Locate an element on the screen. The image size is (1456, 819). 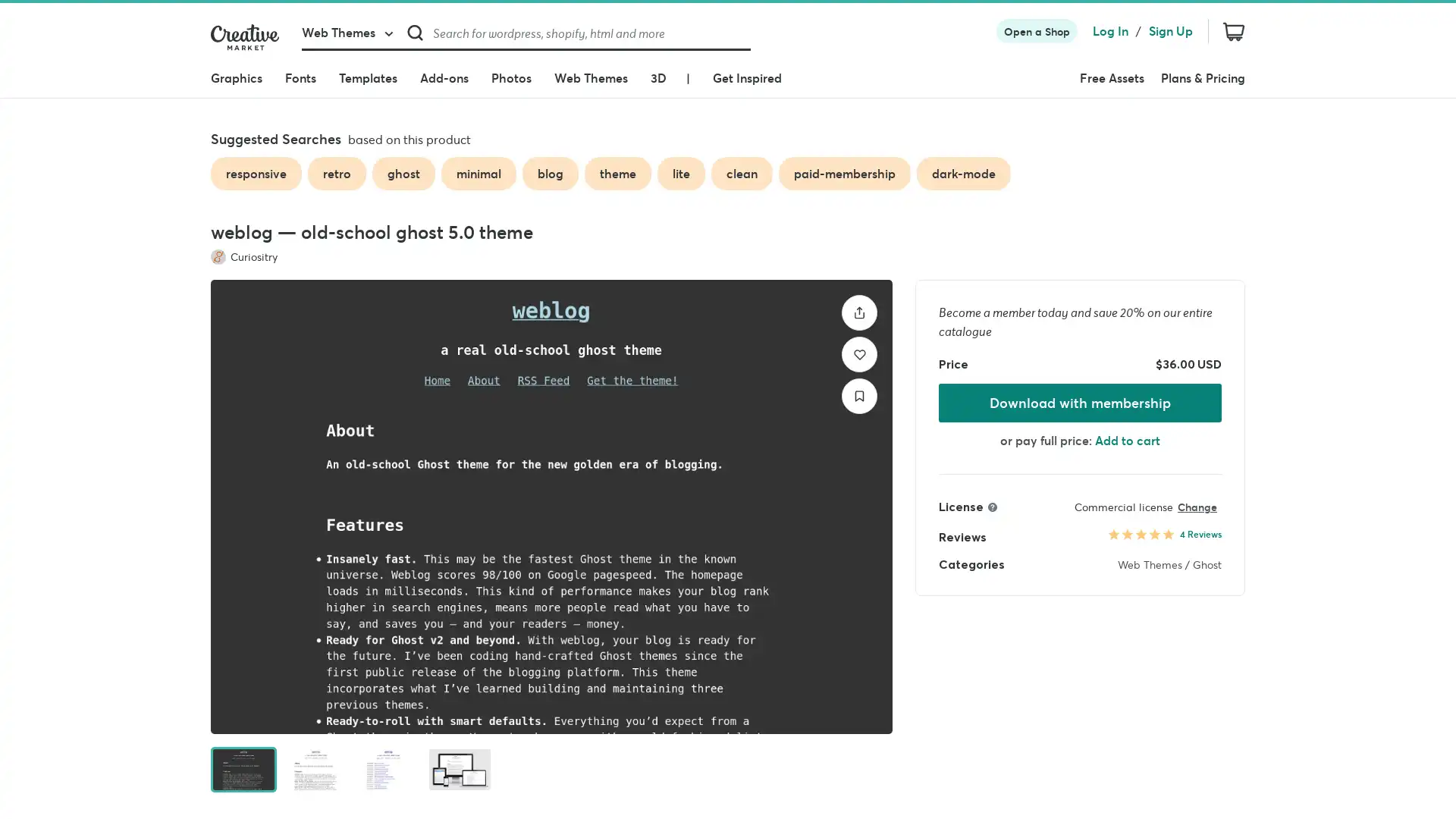
Add to cart is located at coordinates (1128, 439).